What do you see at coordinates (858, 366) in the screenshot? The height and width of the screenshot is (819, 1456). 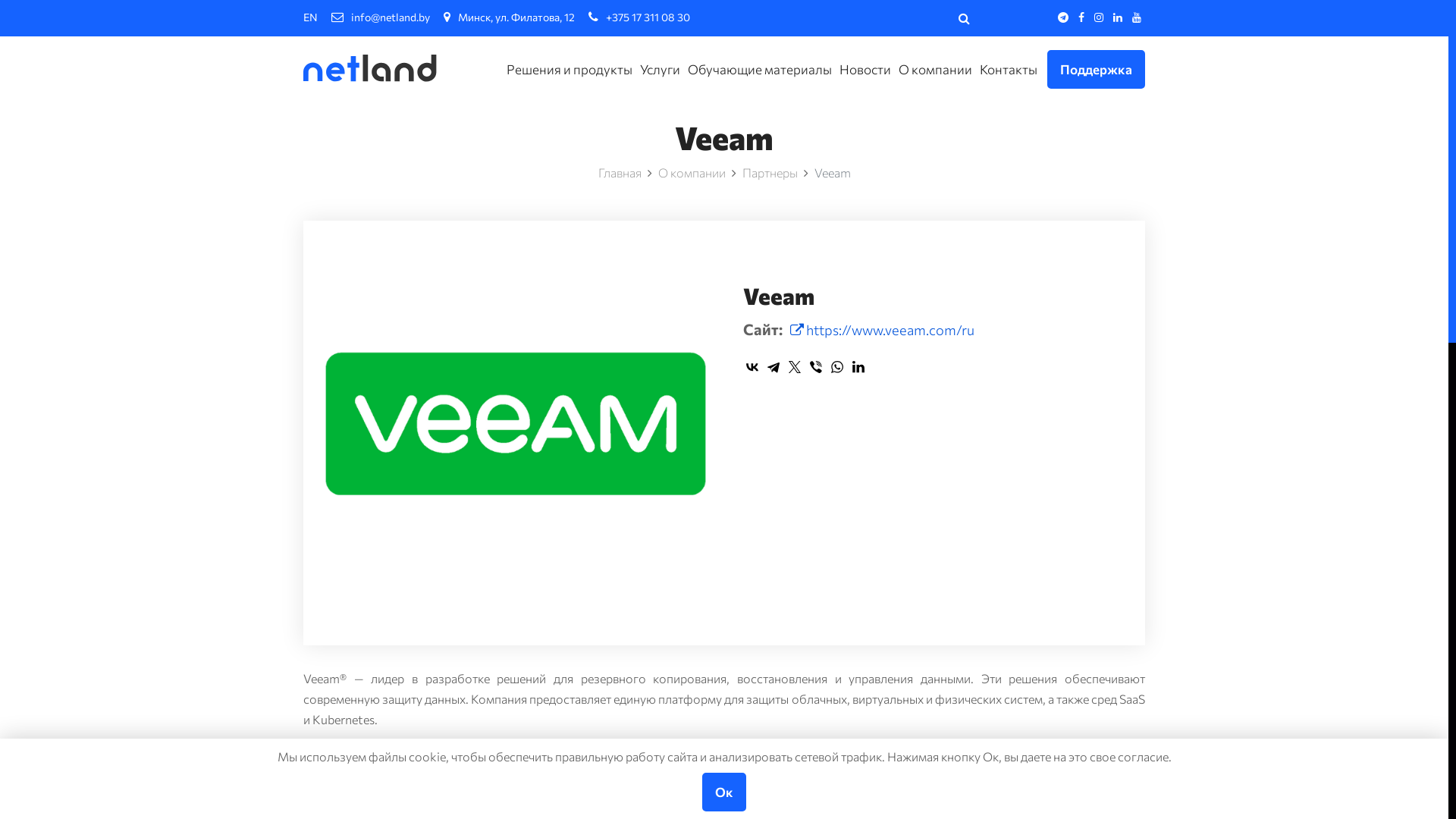 I see `'LinkedIn'` at bounding box center [858, 366].